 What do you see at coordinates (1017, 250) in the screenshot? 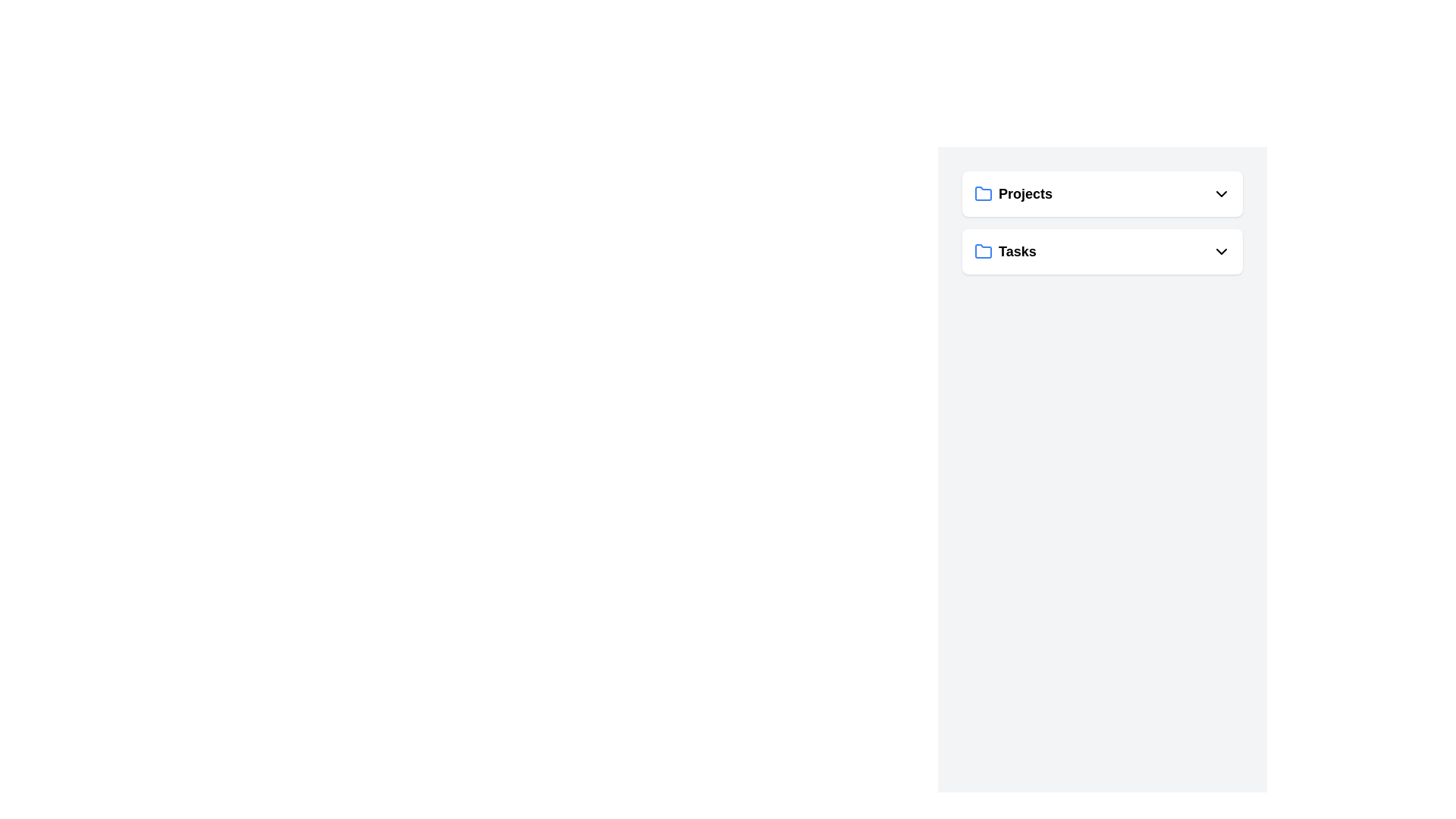
I see `the 'Tasks' text label, which is styled with a bold font and is positioned to the right of a blue folder icon, indicating it serves as a heading within a vertical list` at bounding box center [1017, 250].